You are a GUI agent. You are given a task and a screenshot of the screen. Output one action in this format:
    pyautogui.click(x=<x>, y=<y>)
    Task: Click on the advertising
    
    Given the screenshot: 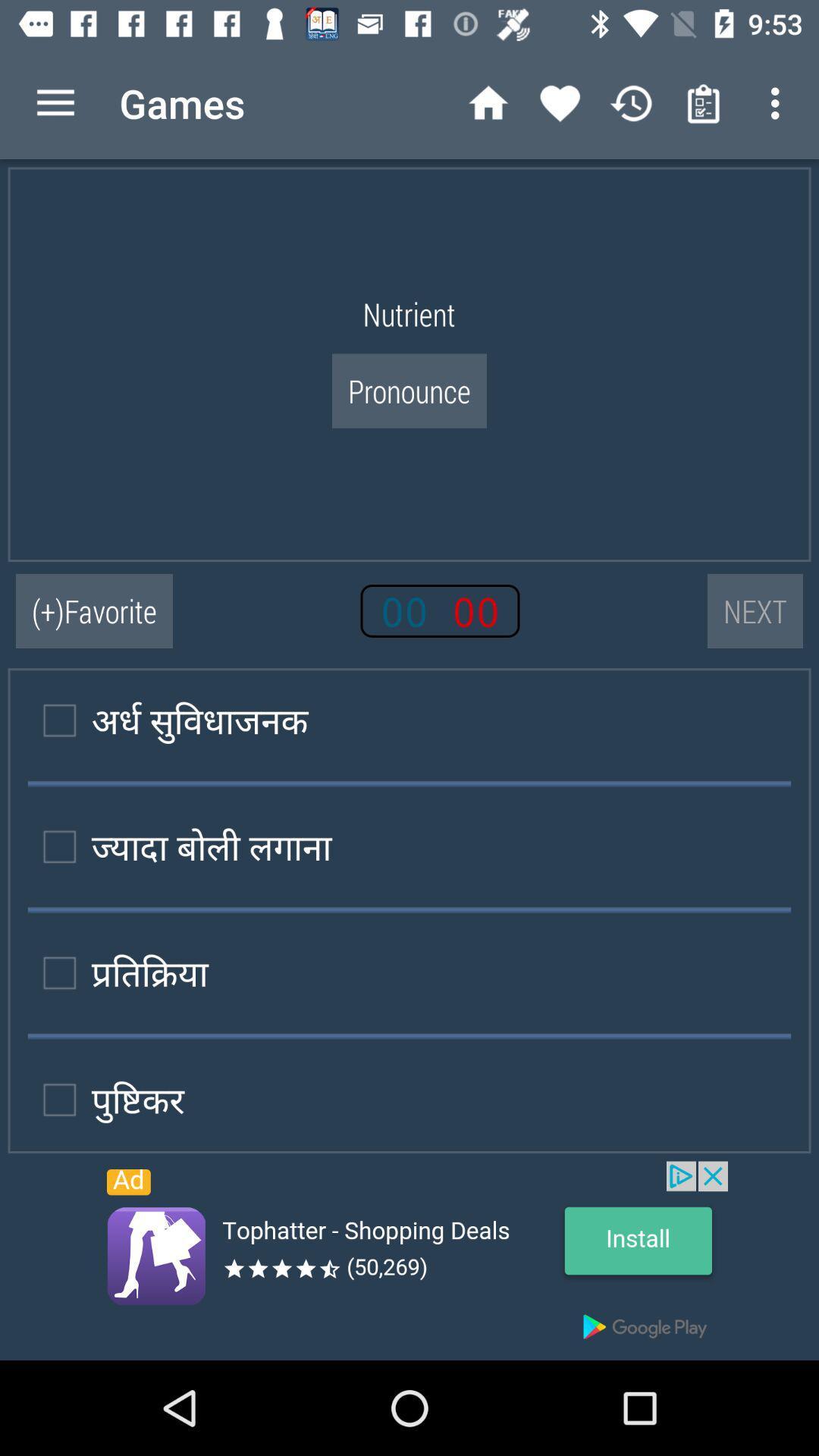 What is the action you would take?
    pyautogui.click(x=409, y=1260)
    